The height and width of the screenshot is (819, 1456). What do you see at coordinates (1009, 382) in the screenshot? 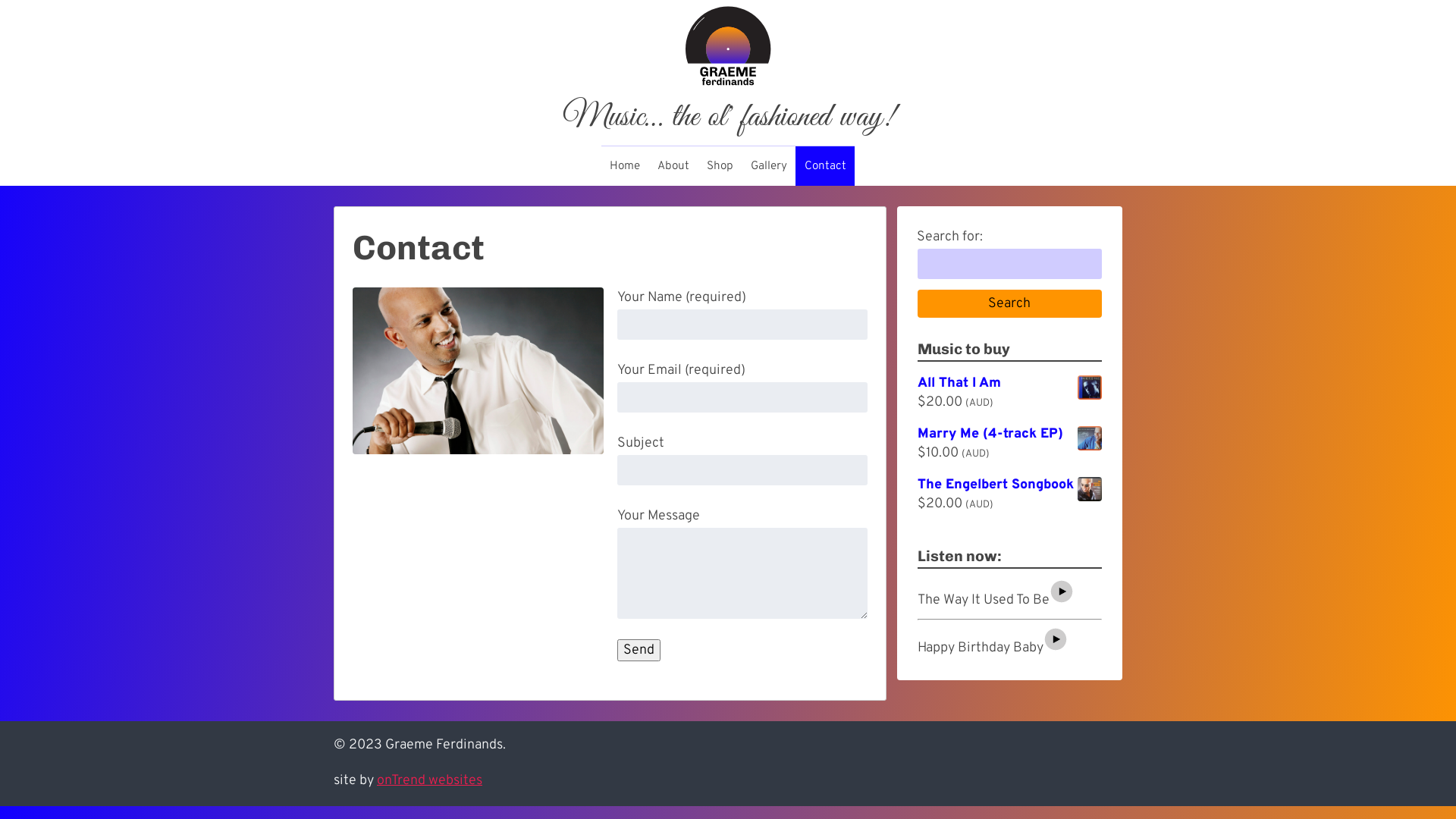
I see `'All That I Am'` at bounding box center [1009, 382].